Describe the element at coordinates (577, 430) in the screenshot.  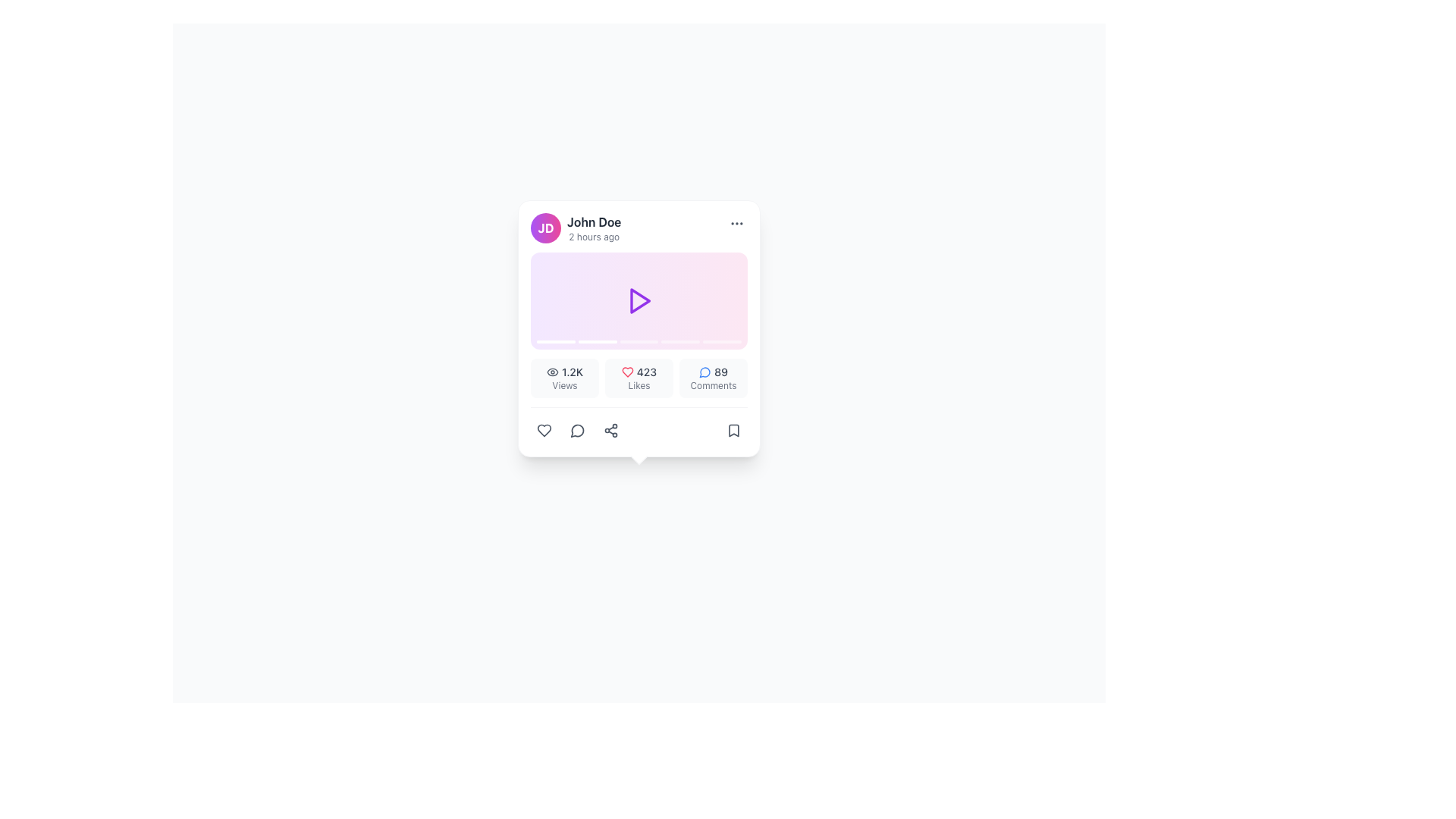
I see `the circular speech bubble button with a gray border and fill, located centrally in the bottom part of the card interface` at that location.